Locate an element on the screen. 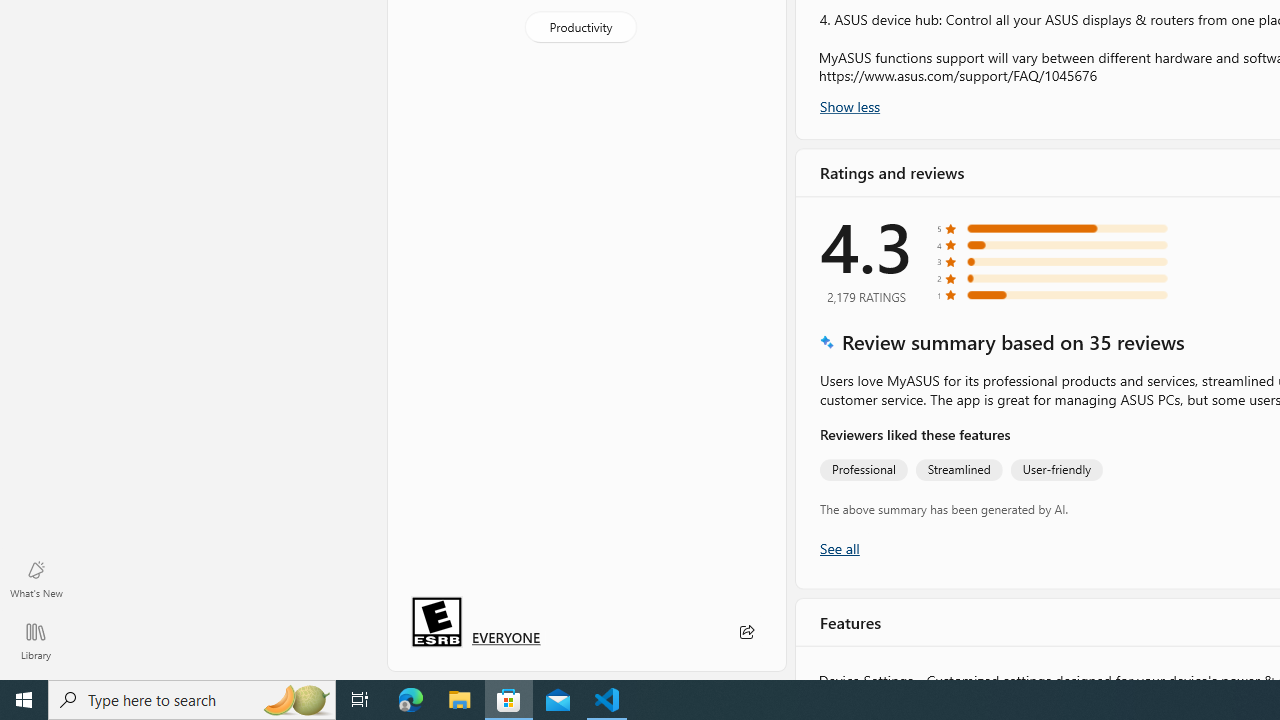 This screenshot has height=720, width=1280. 'Age rating: EVERYONE. Click for more information.' is located at coordinates (506, 637).